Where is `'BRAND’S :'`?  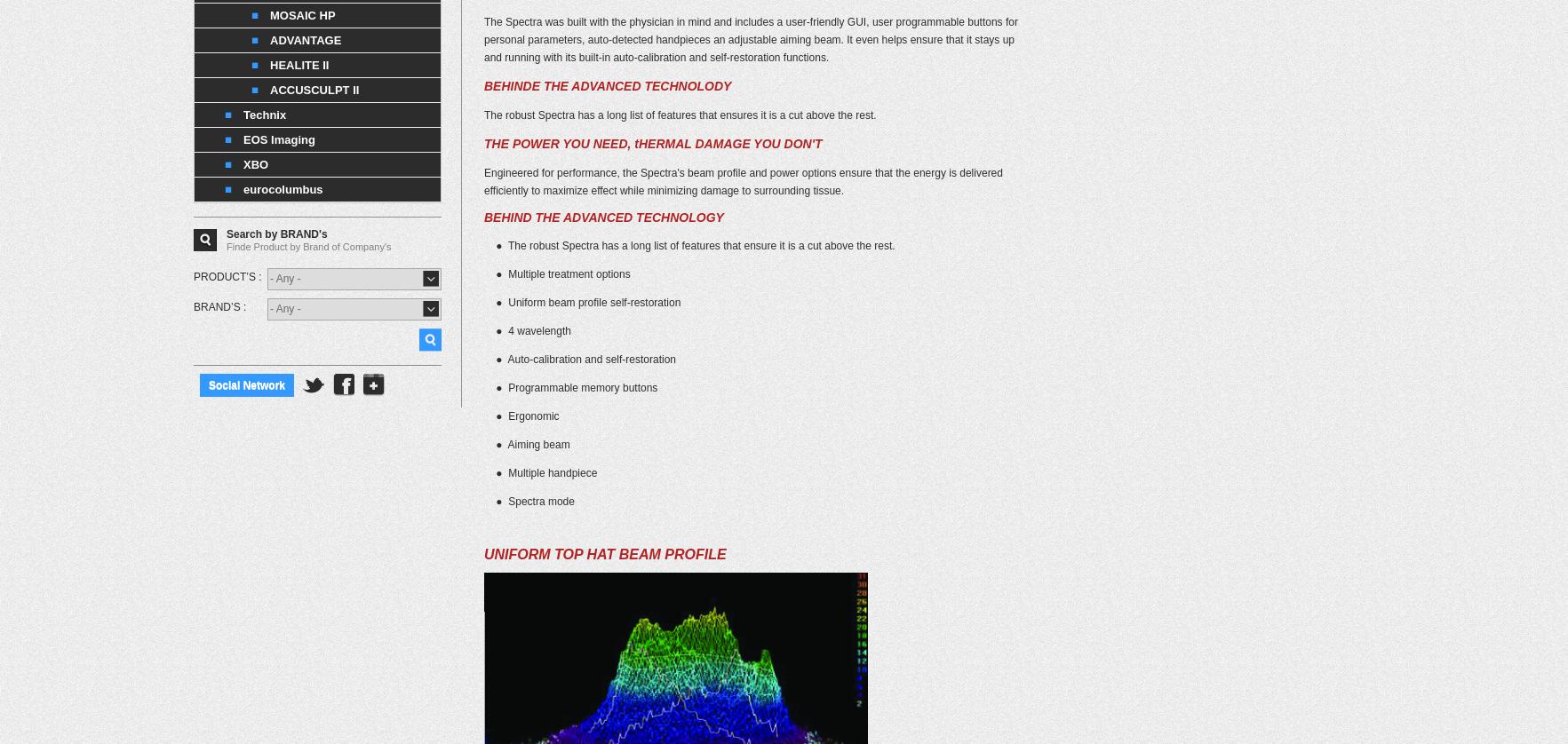
'BRAND’S :' is located at coordinates (219, 305).